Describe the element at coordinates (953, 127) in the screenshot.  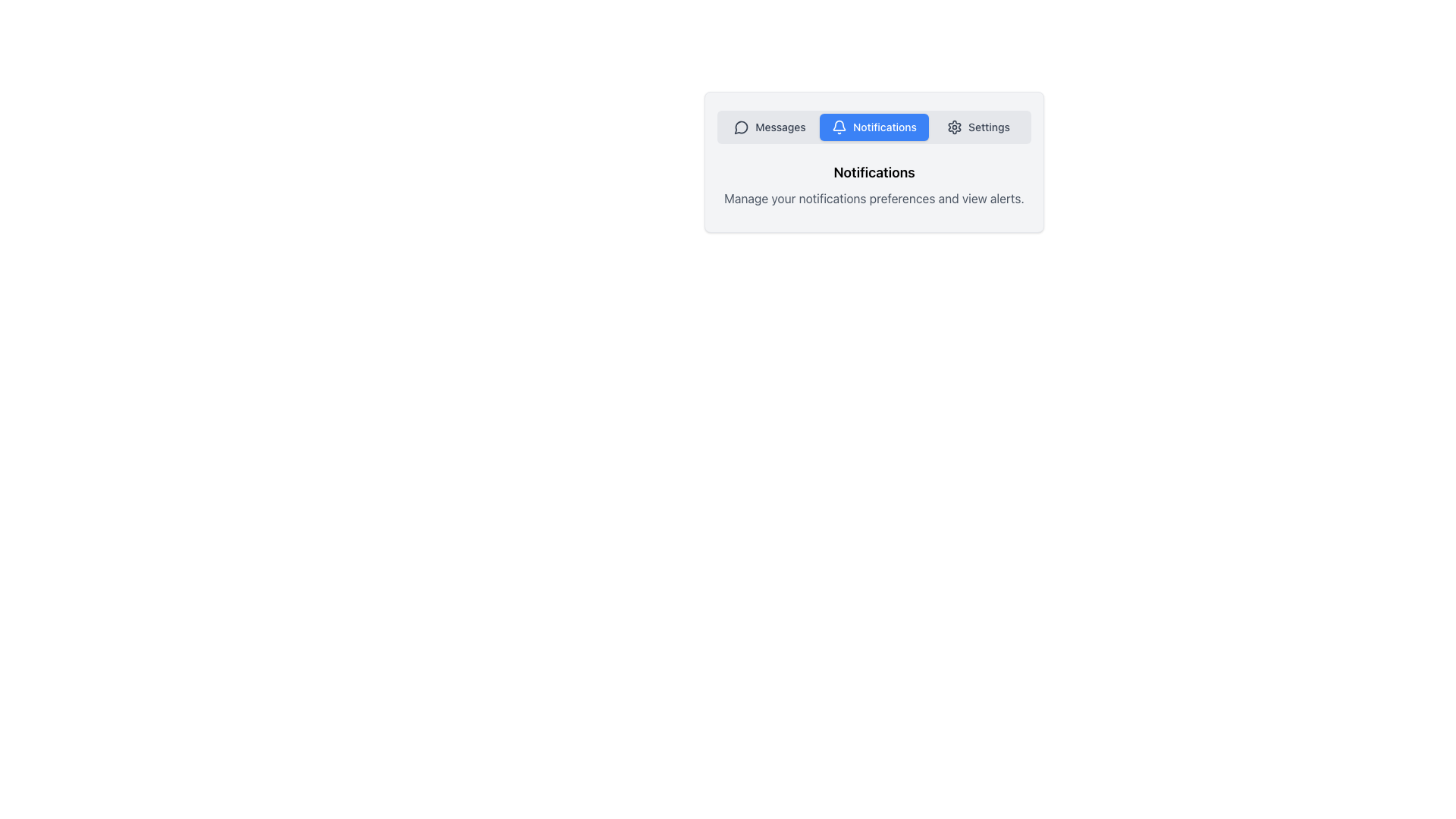
I see `the gear icon representing the settings feature, located in the upper portion of the interface on the rightmost position of the horizontal menu bar` at that location.